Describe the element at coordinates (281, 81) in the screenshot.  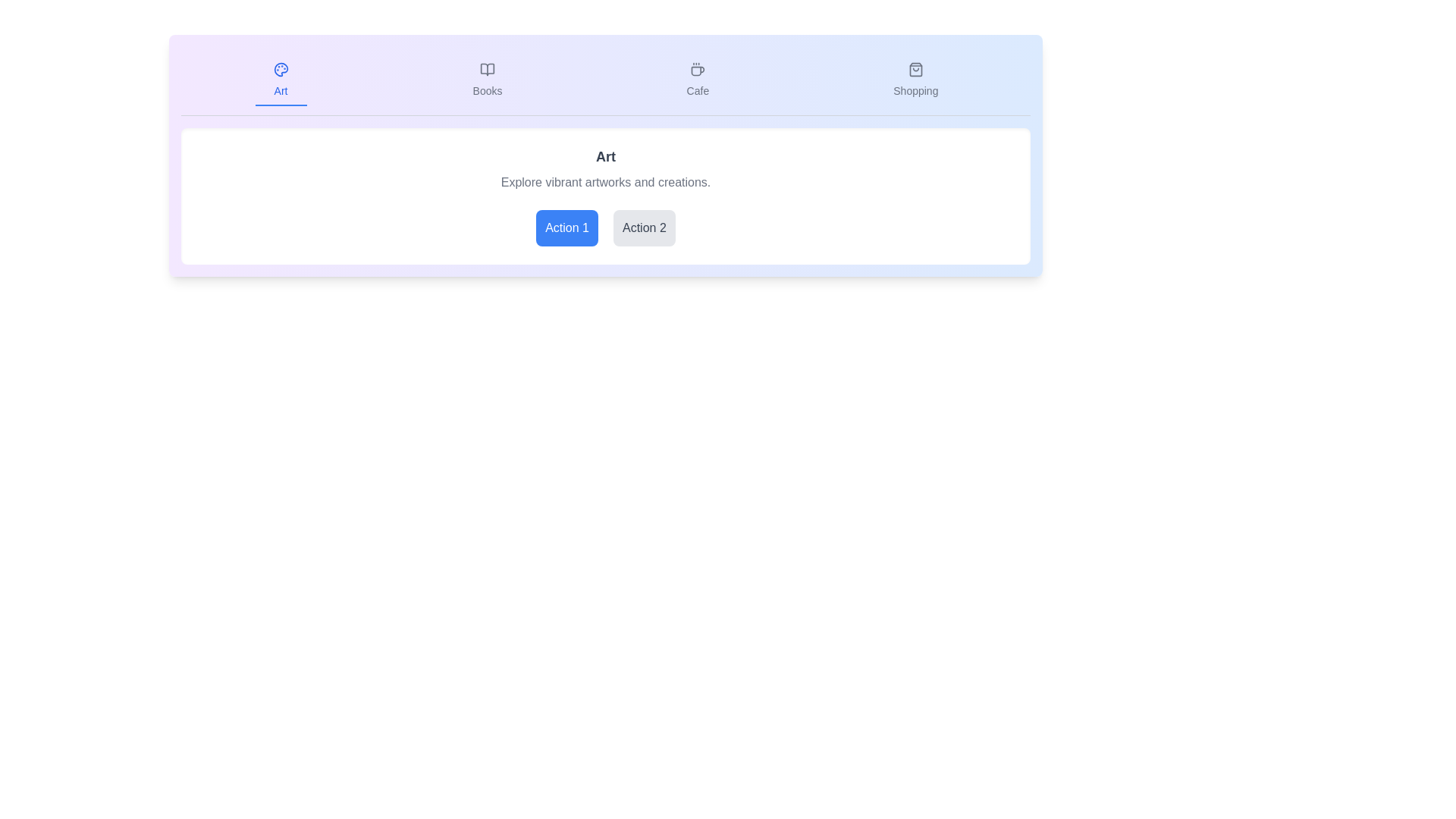
I see `the tab labeled Art` at that location.